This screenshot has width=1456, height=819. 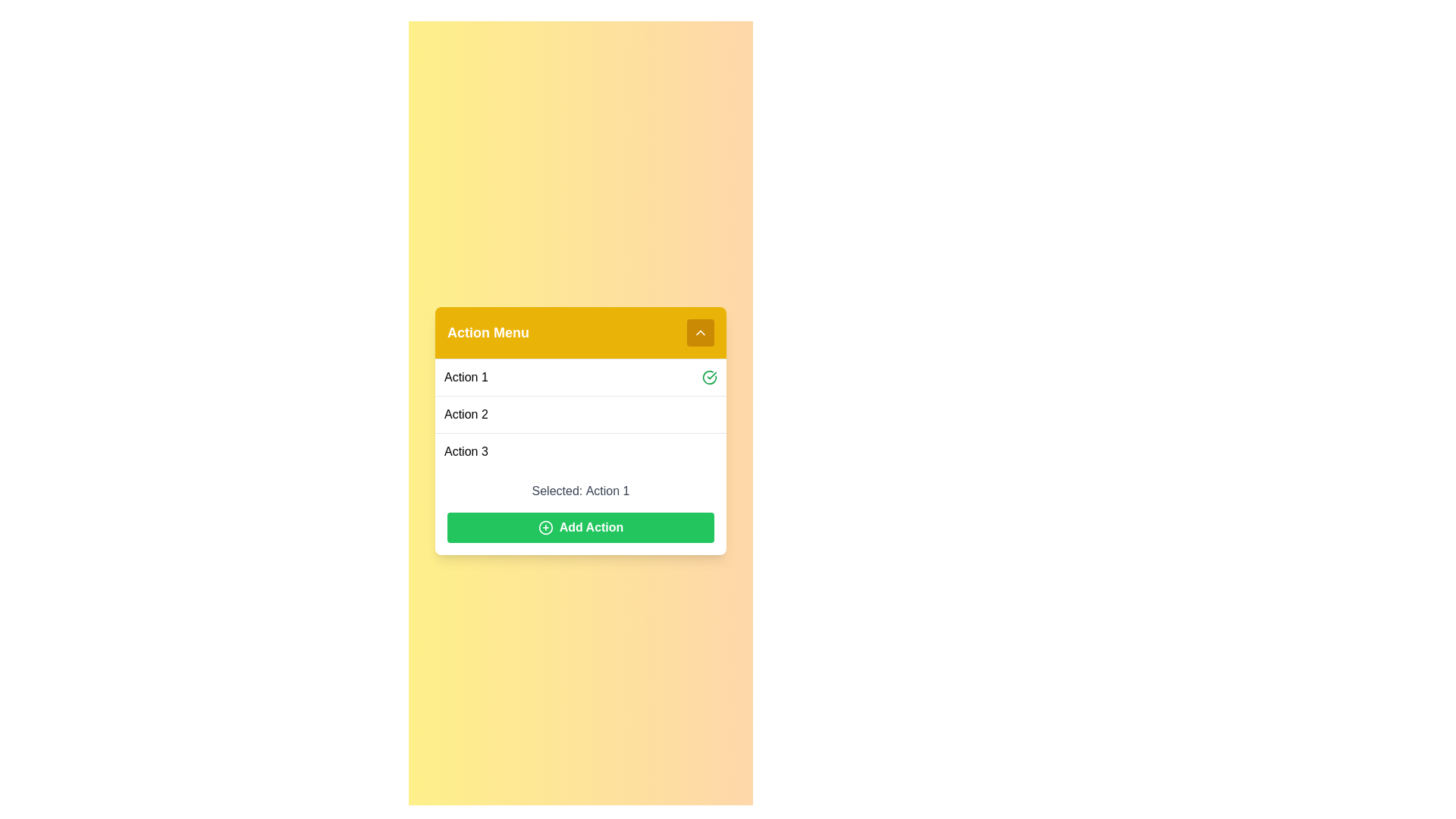 What do you see at coordinates (580, 512) in the screenshot?
I see `text label 'Selected: Action 1' to understand the current selection displayed in the lower section of the 'Action Menu' card` at bounding box center [580, 512].